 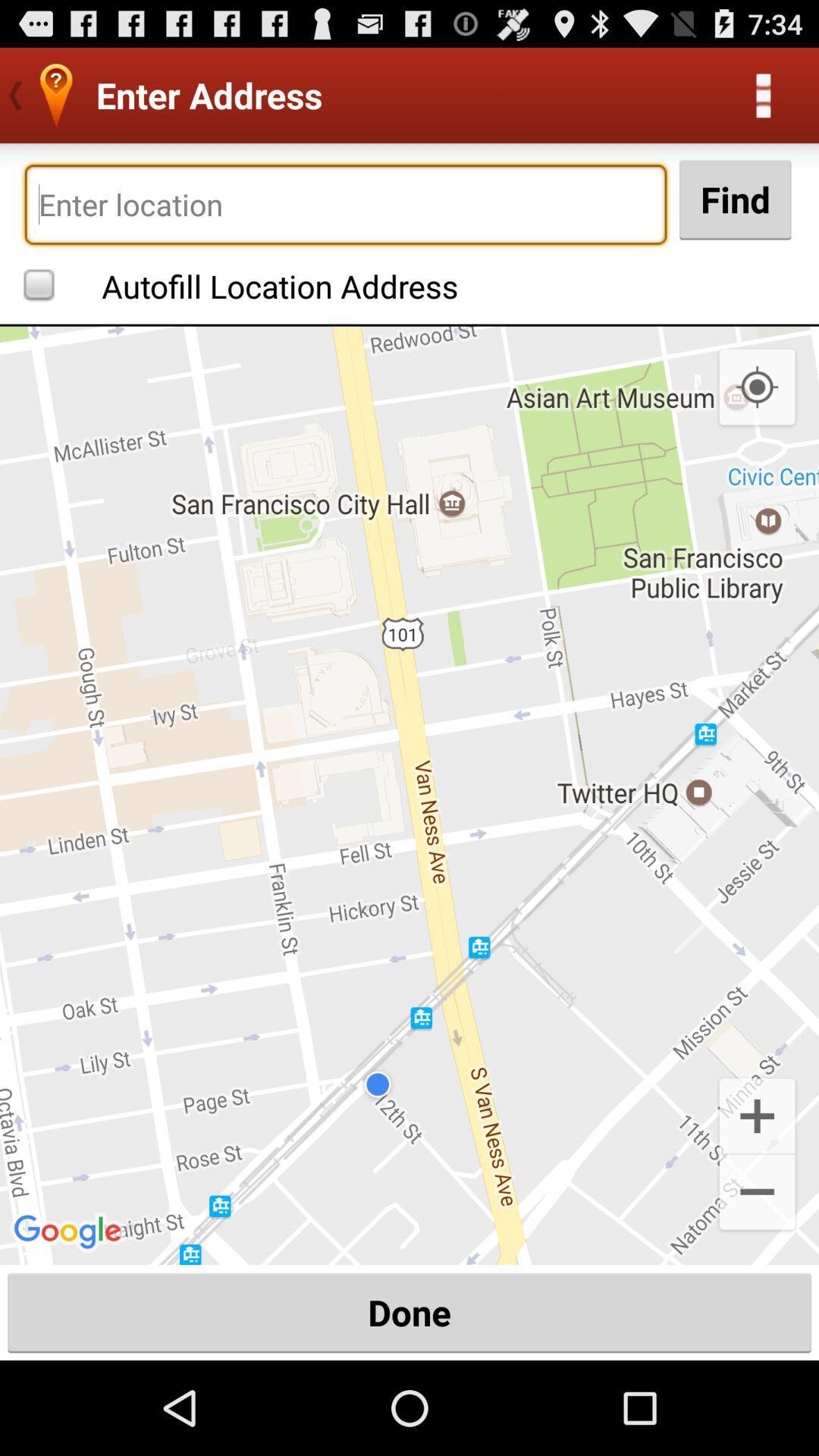 I want to click on the add icon, so click(x=757, y=1192).